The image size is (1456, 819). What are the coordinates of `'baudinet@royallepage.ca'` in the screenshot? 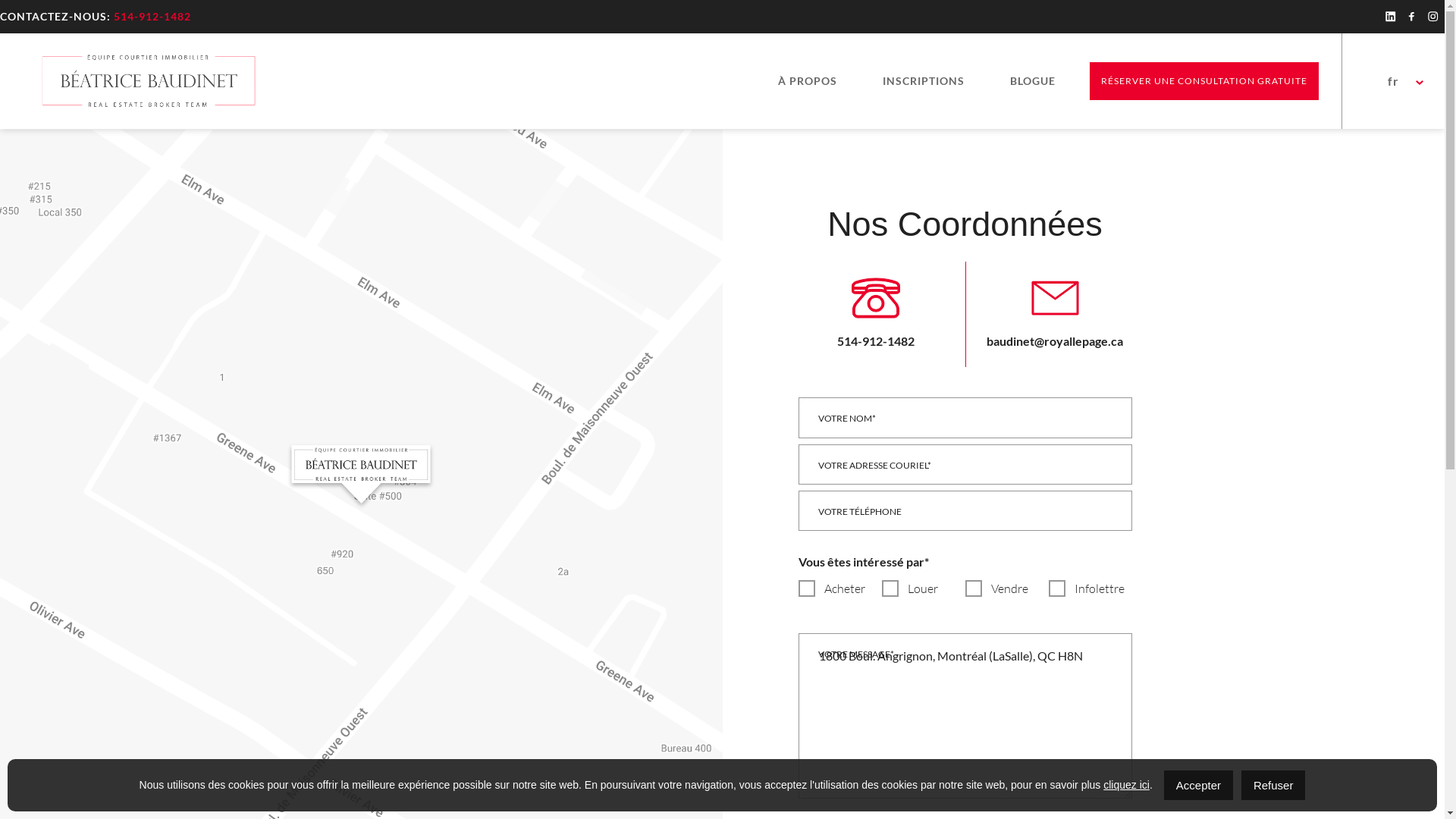 It's located at (1053, 310).